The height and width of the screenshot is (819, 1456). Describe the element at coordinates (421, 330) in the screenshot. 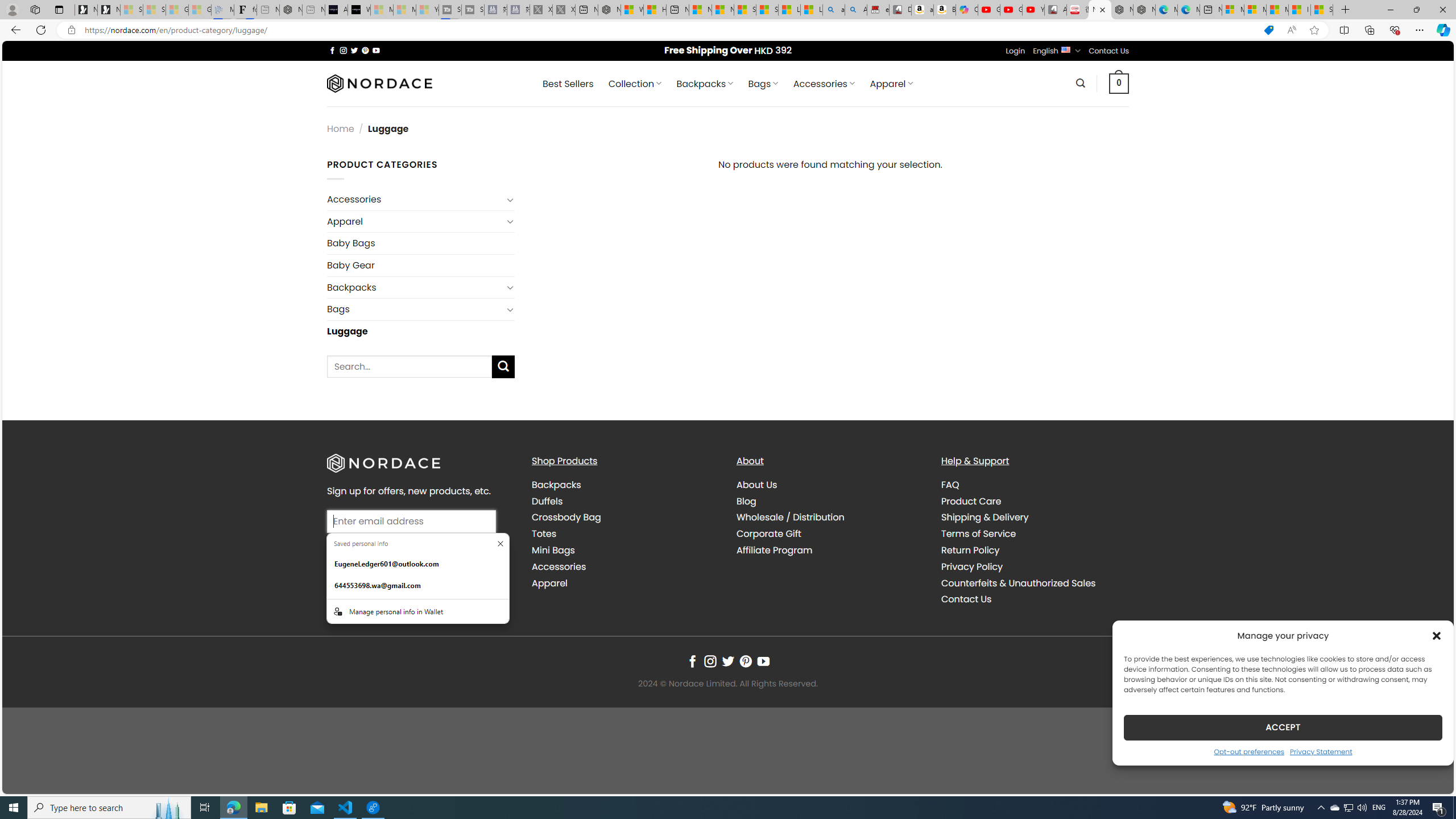

I see `'Luggage'` at that location.